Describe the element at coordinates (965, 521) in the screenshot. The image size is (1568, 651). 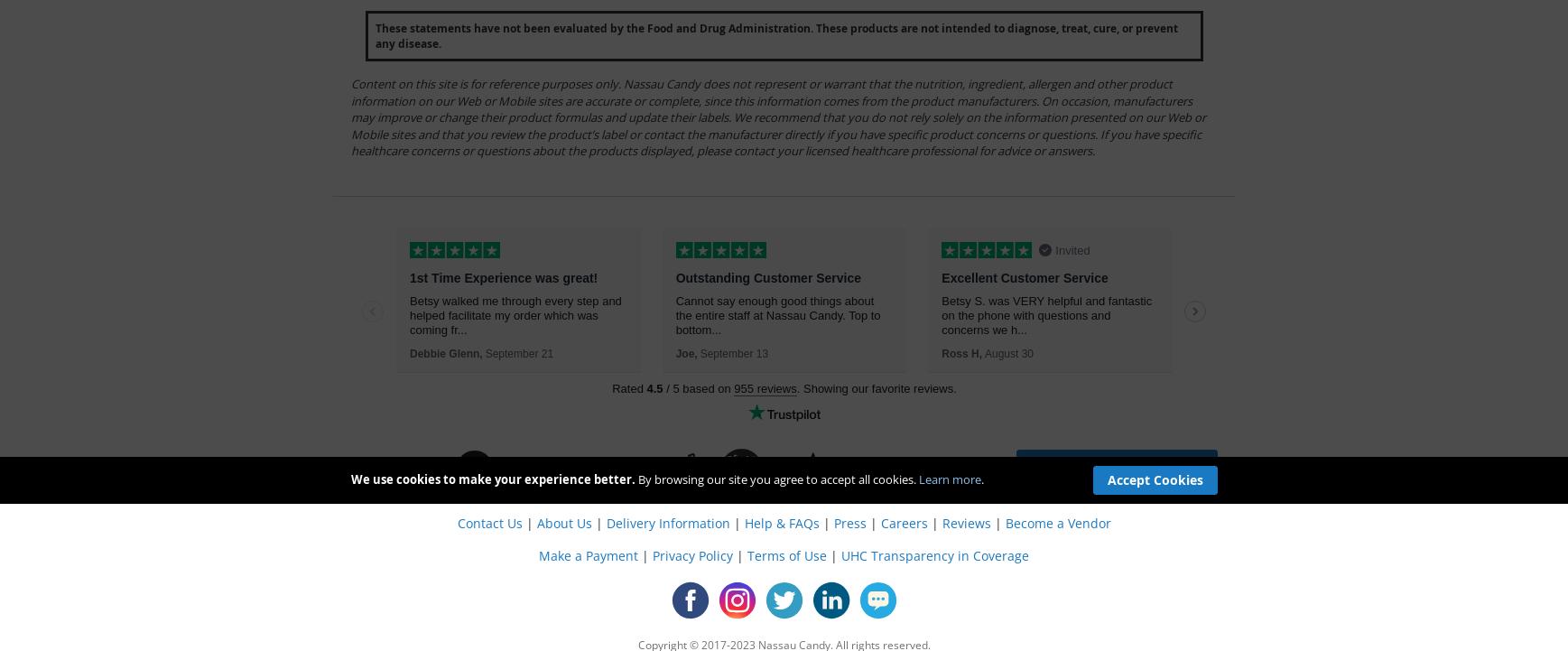
I see `'Reviews'` at that location.